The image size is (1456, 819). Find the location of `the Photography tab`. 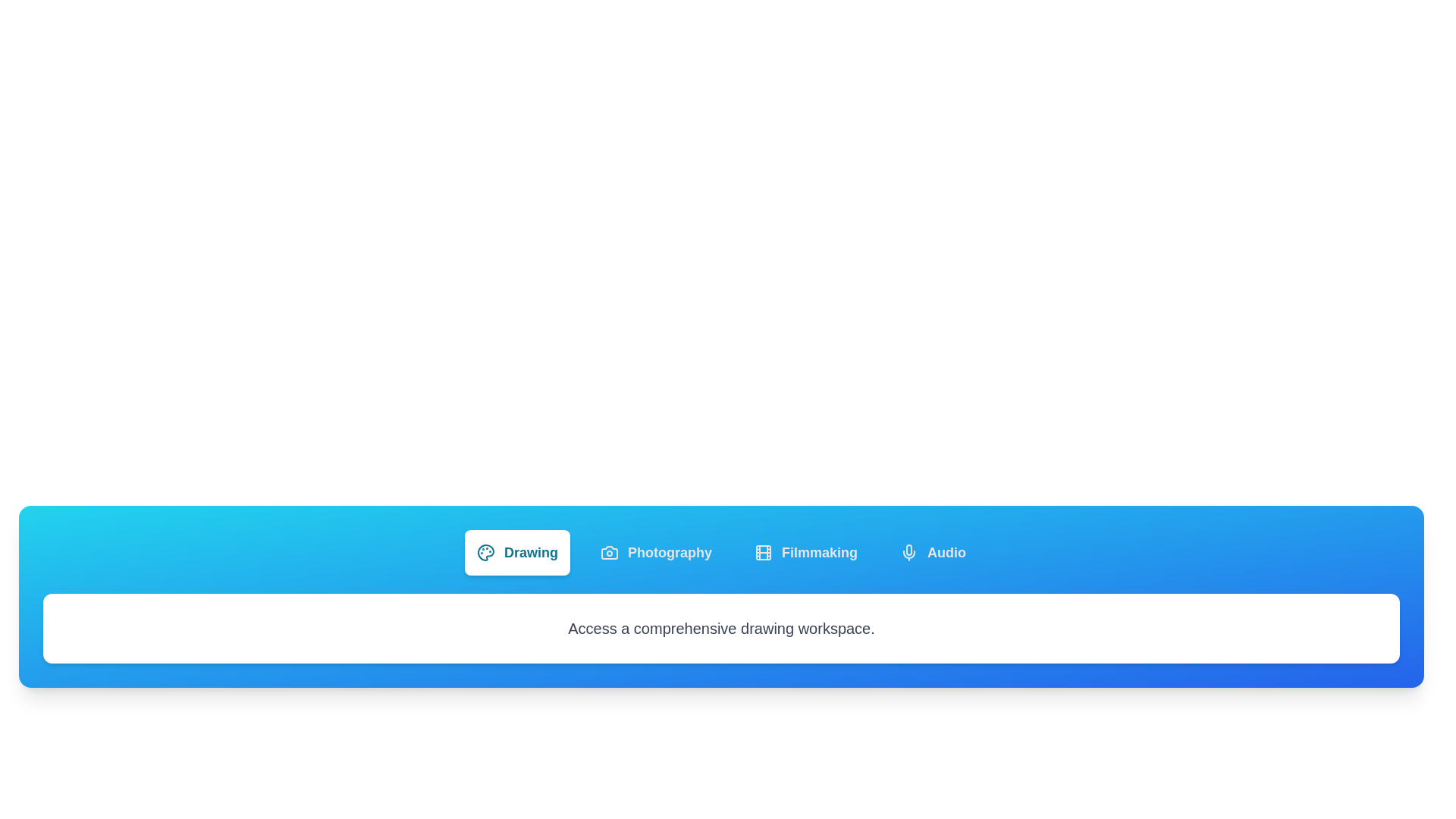

the Photography tab is located at coordinates (656, 553).